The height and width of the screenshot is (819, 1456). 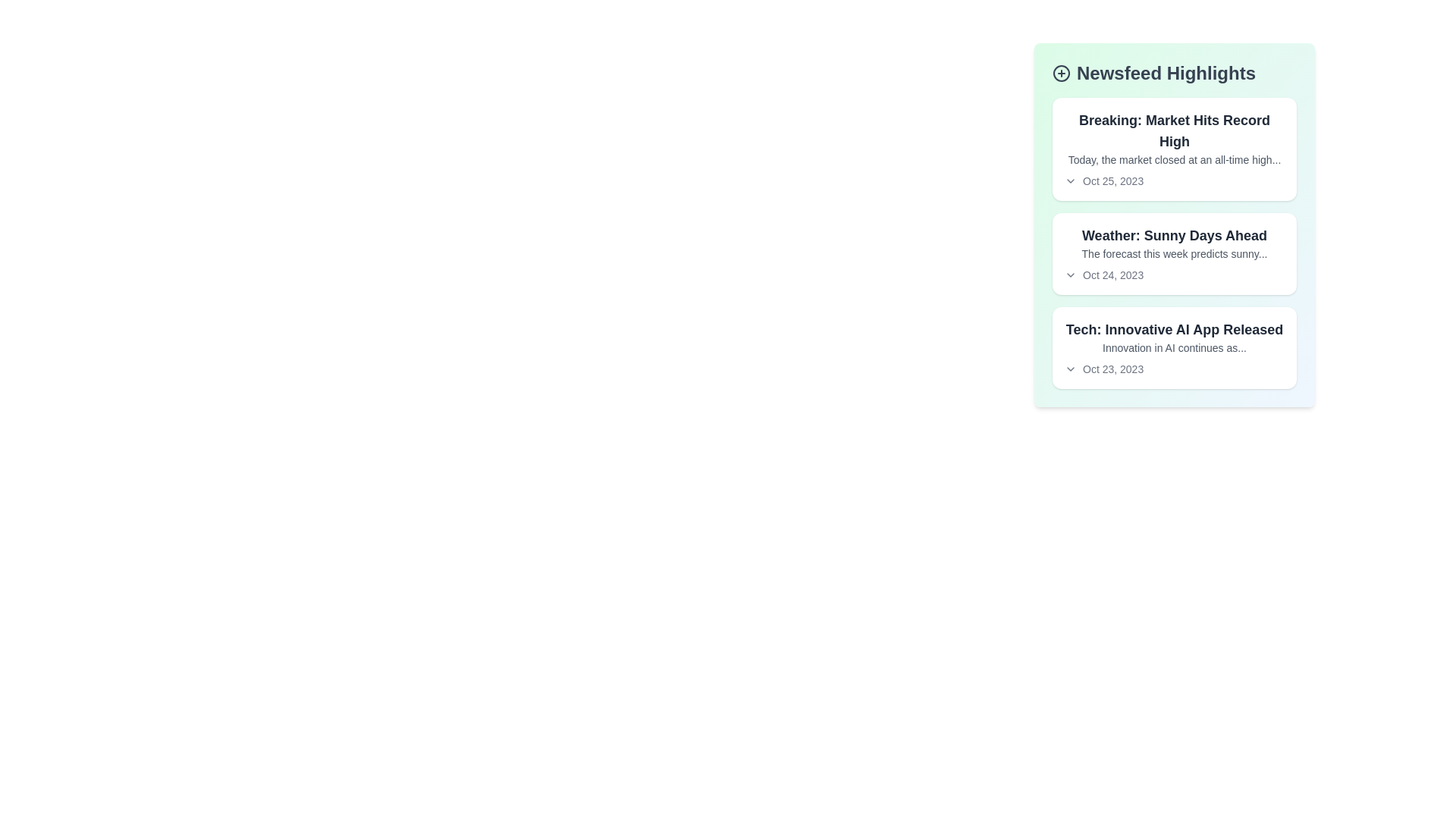 What do you see at coordinates (1069, 369) in the screenshot?
I see `the arrow icon to toggle the details of the article titled 'Tech: Innovative AI App Released'` at bounding box center [1069, 369].